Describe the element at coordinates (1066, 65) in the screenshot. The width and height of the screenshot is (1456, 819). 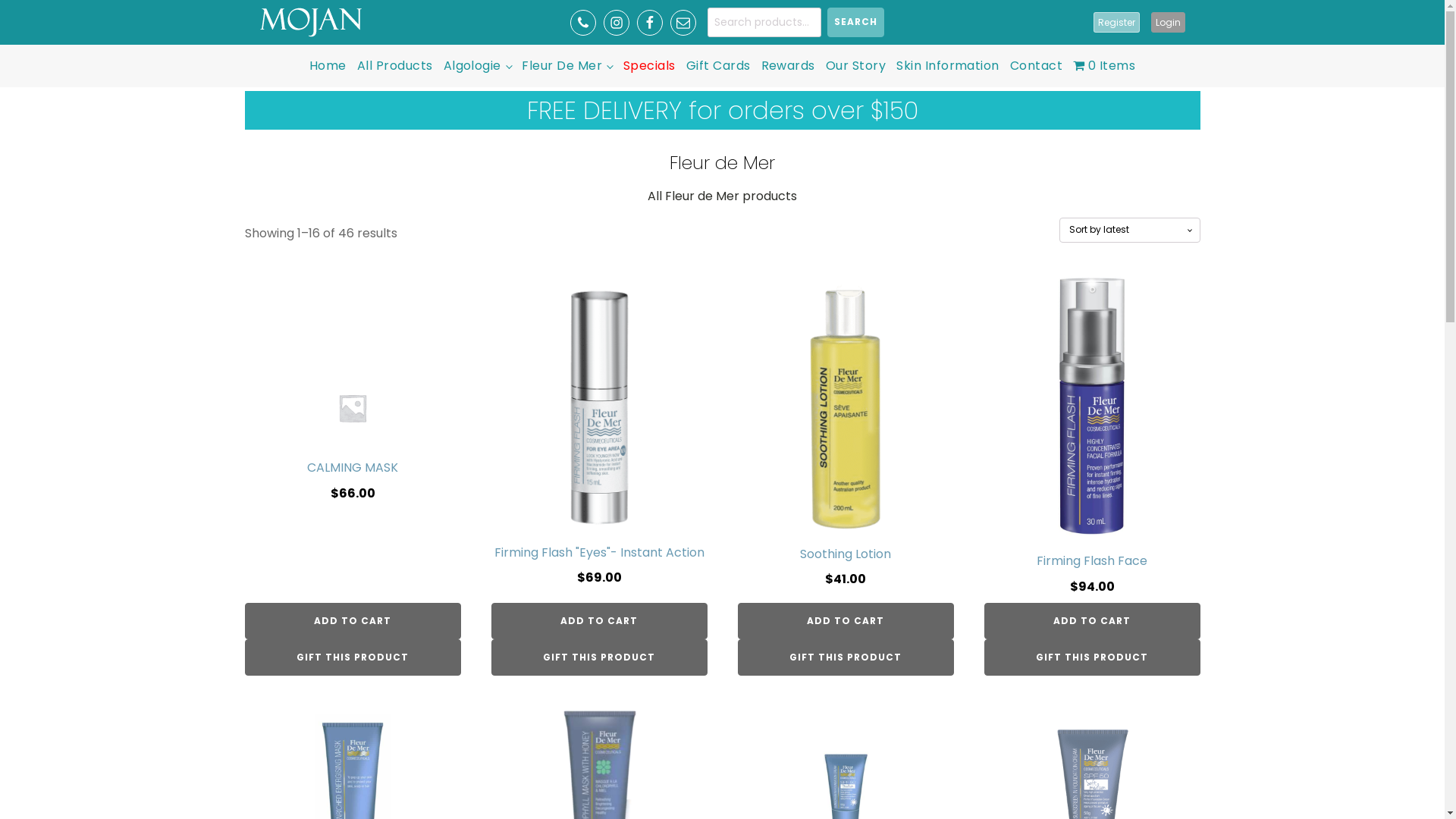
I see `'0 Items'` at that location.